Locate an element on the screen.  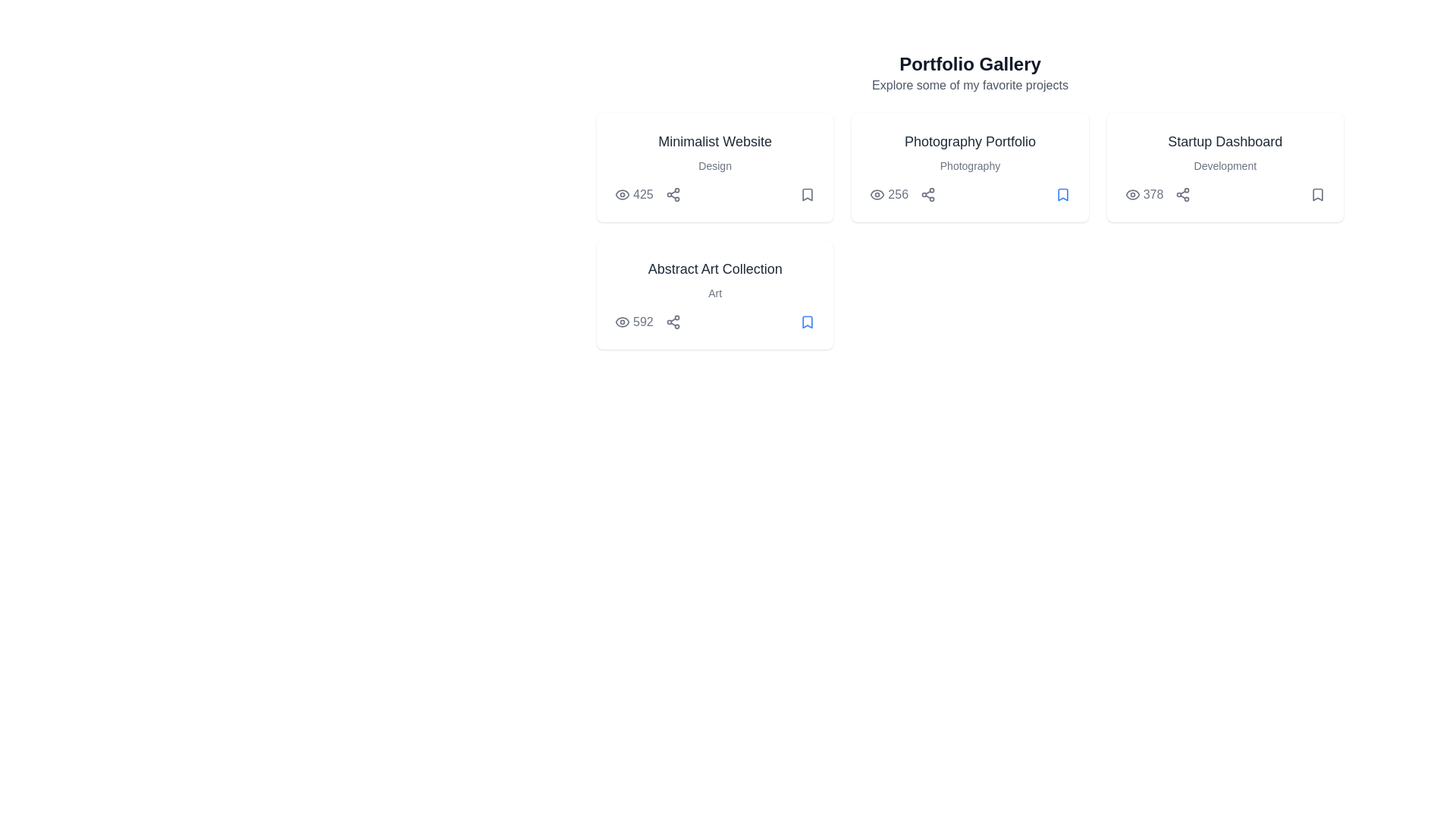
the static text element that reads 'Explore some of my favorite projects,' which is styled in lighter gray and positioned directly below the main title 'Portfolio Gallery.' is located at coordinates (969, 85).